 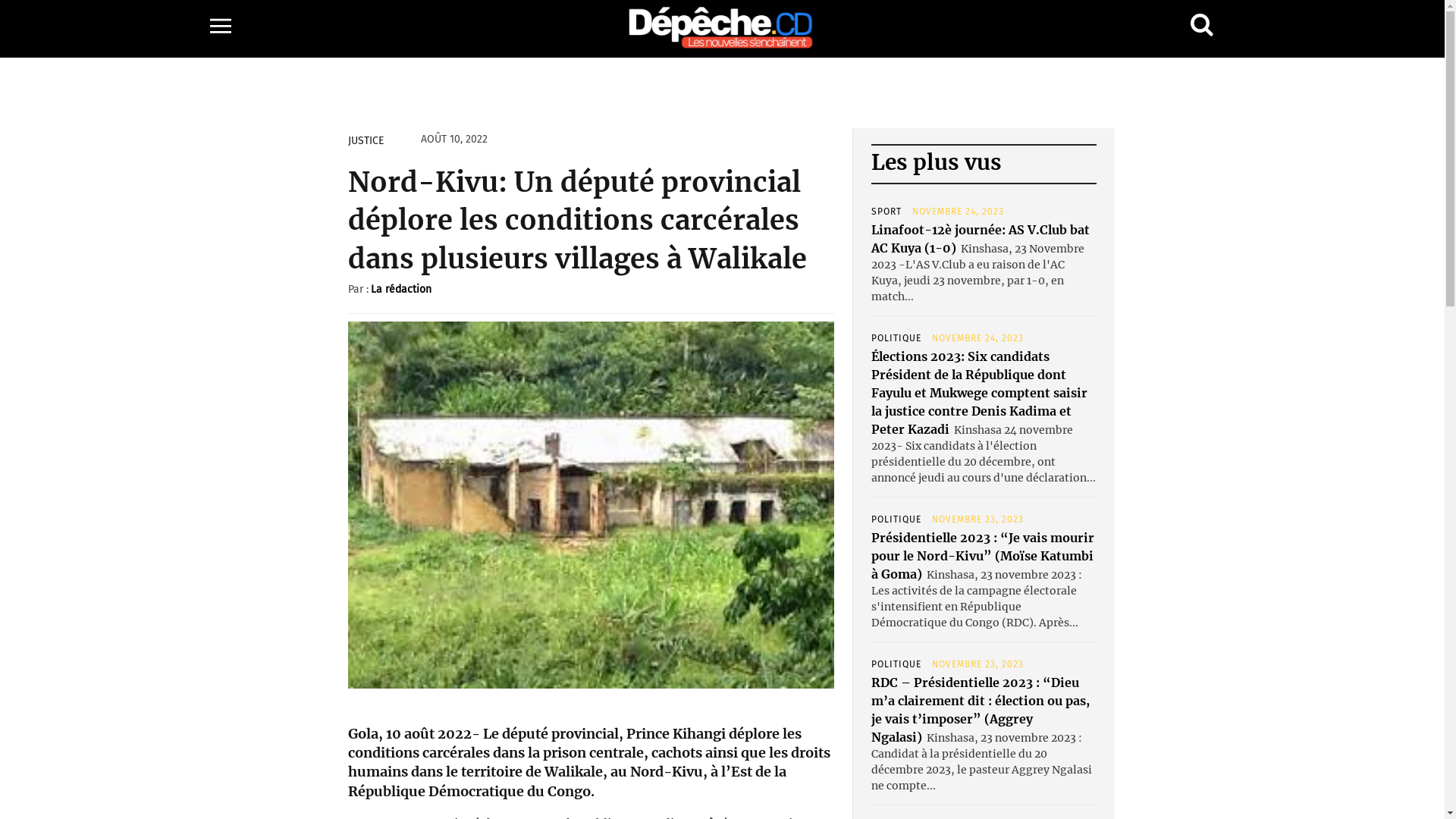 What do you see at coordinates (365, 140) in the screenshot?
I see `'JUSTICE'` at bounding box center [365, 140].